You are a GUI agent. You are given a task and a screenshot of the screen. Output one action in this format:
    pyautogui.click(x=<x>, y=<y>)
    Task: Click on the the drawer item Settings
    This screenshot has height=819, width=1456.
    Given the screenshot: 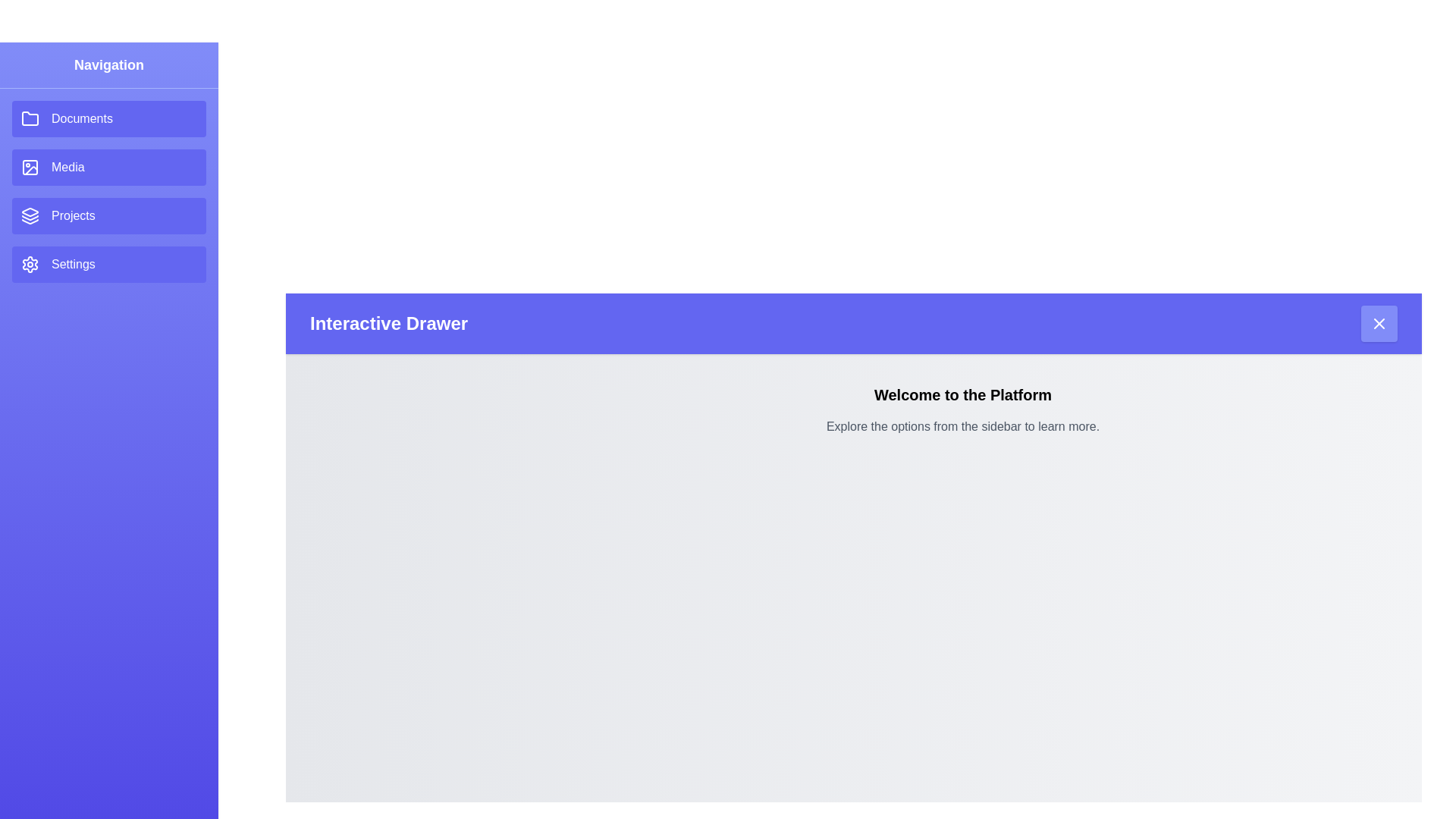 What is the action you would take?
    pyautogui.click(x=108, y=263)
    